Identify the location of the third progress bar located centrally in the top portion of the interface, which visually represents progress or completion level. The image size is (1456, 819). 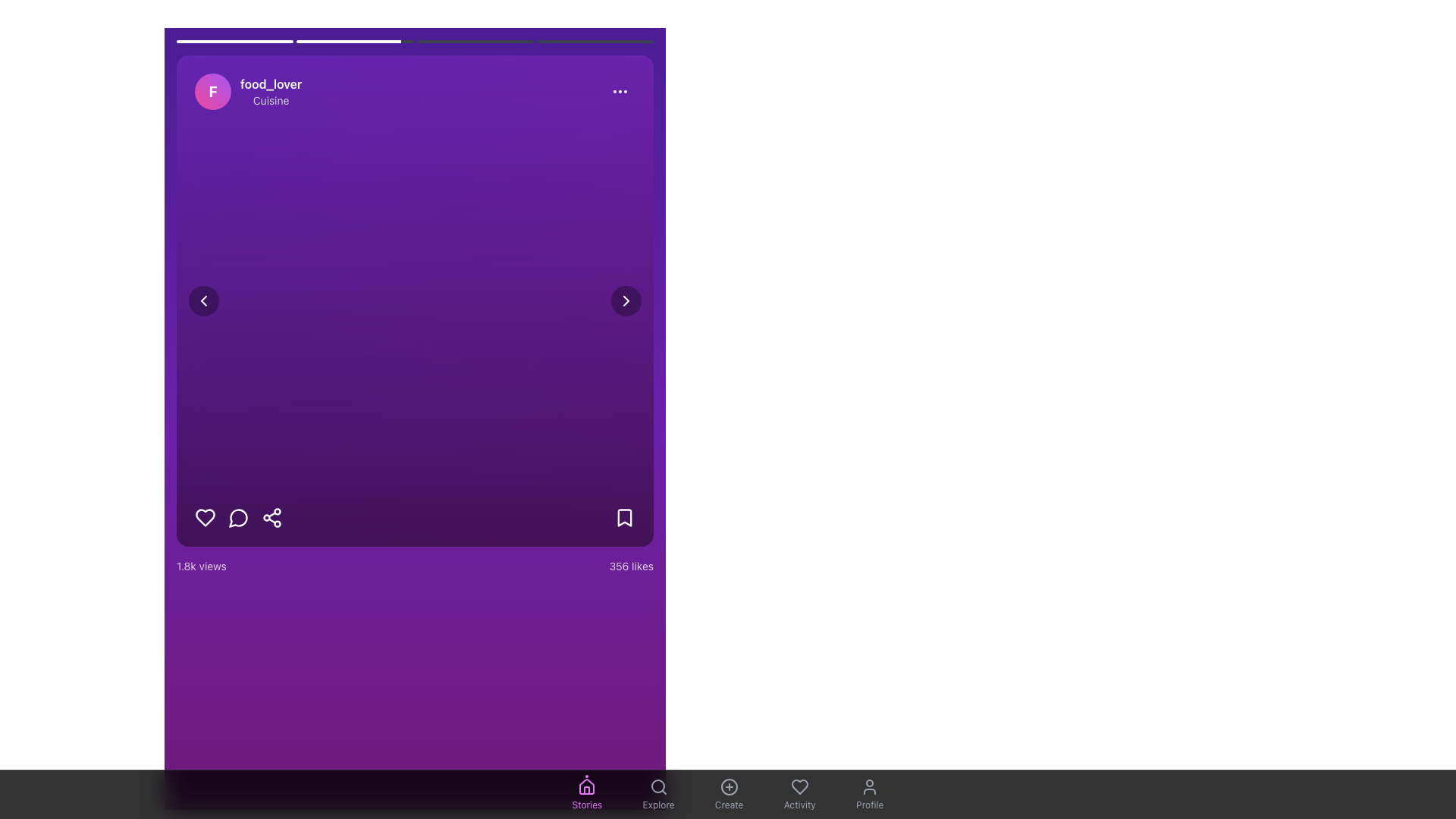
(474, 40).